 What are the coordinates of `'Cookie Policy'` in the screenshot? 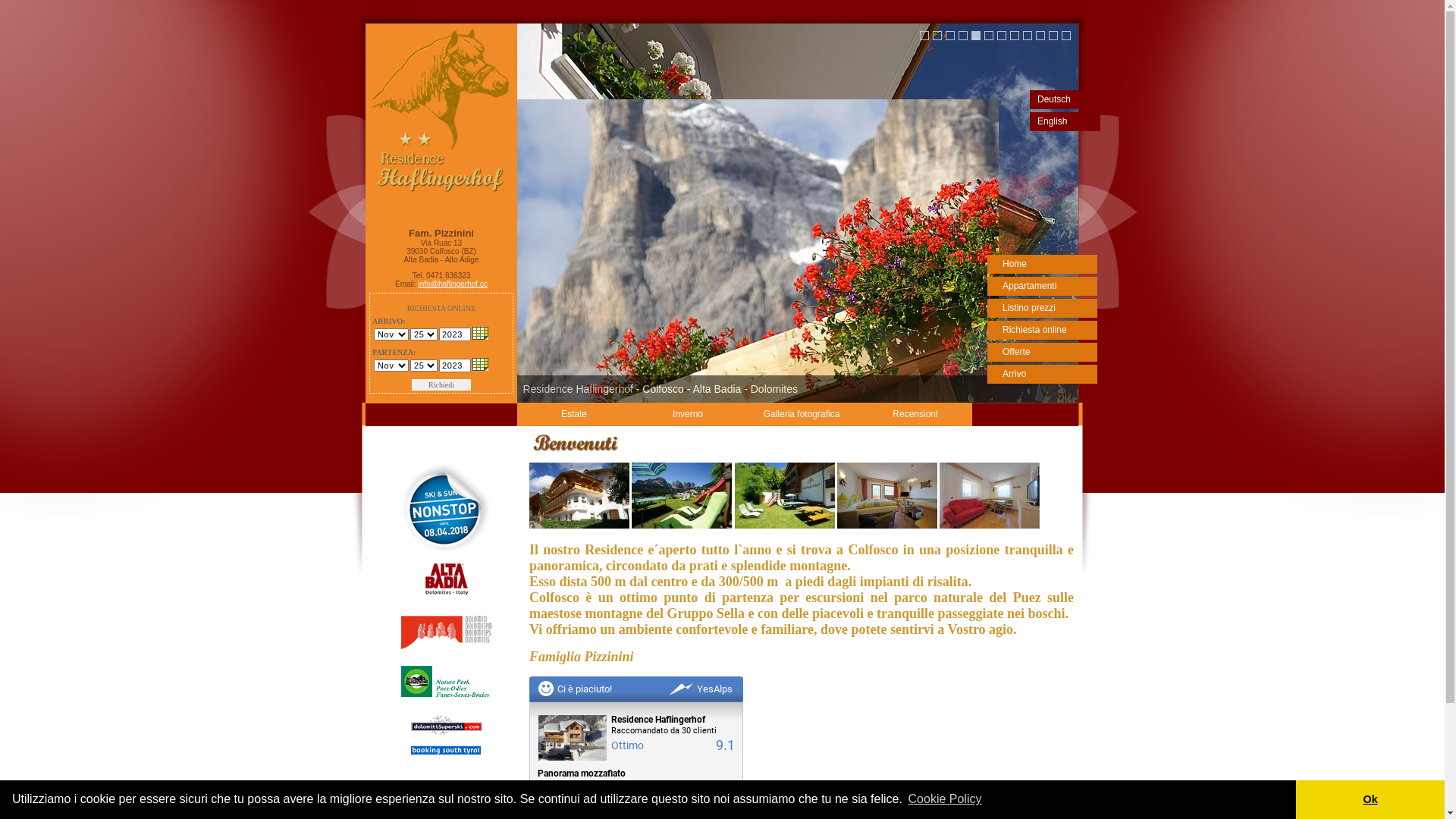 It's located at (905, 798).